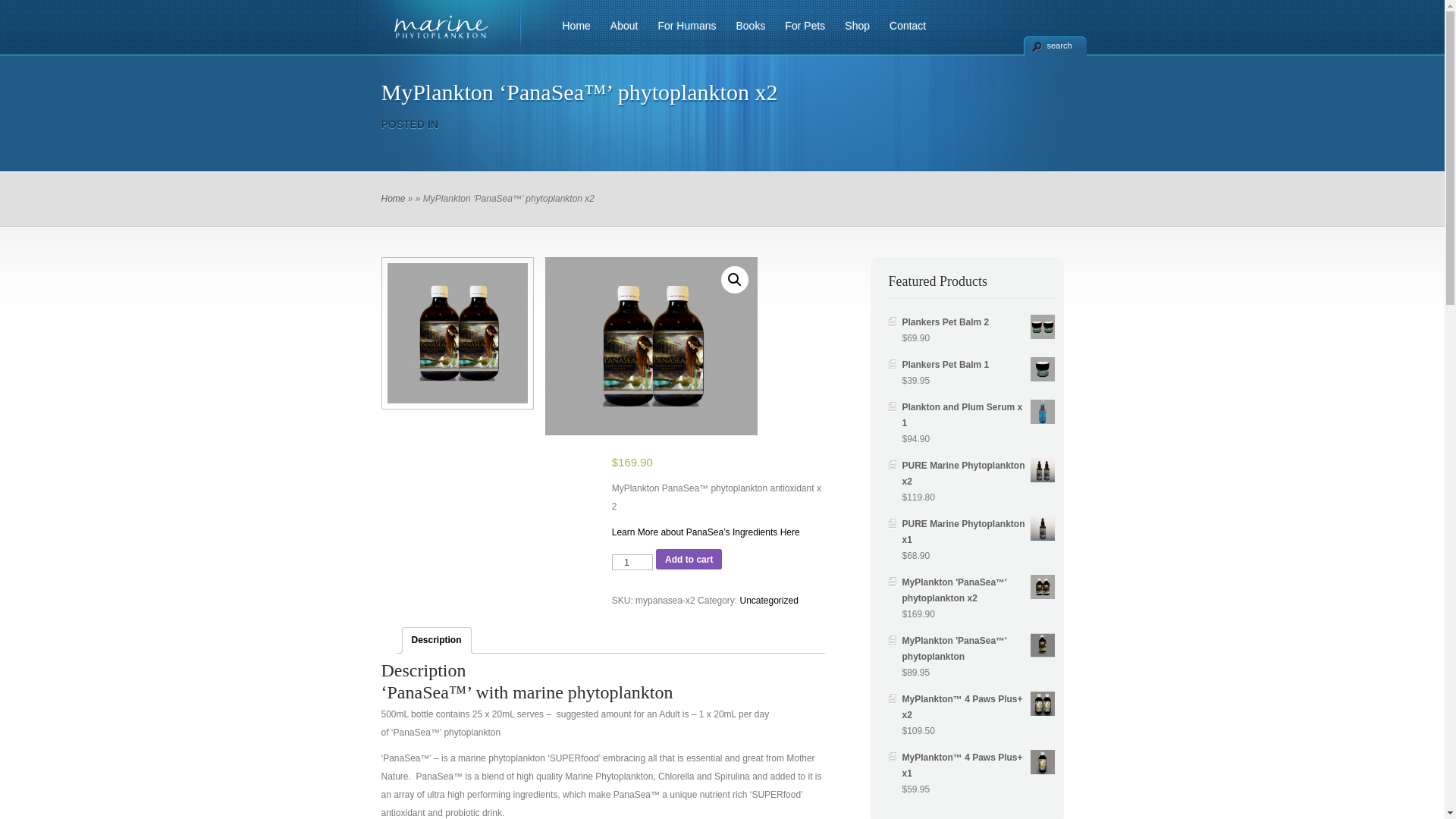 Image resolution: width=1456 pixels, height=819 pixels. I want to click on 'Description', so click(435, 640).